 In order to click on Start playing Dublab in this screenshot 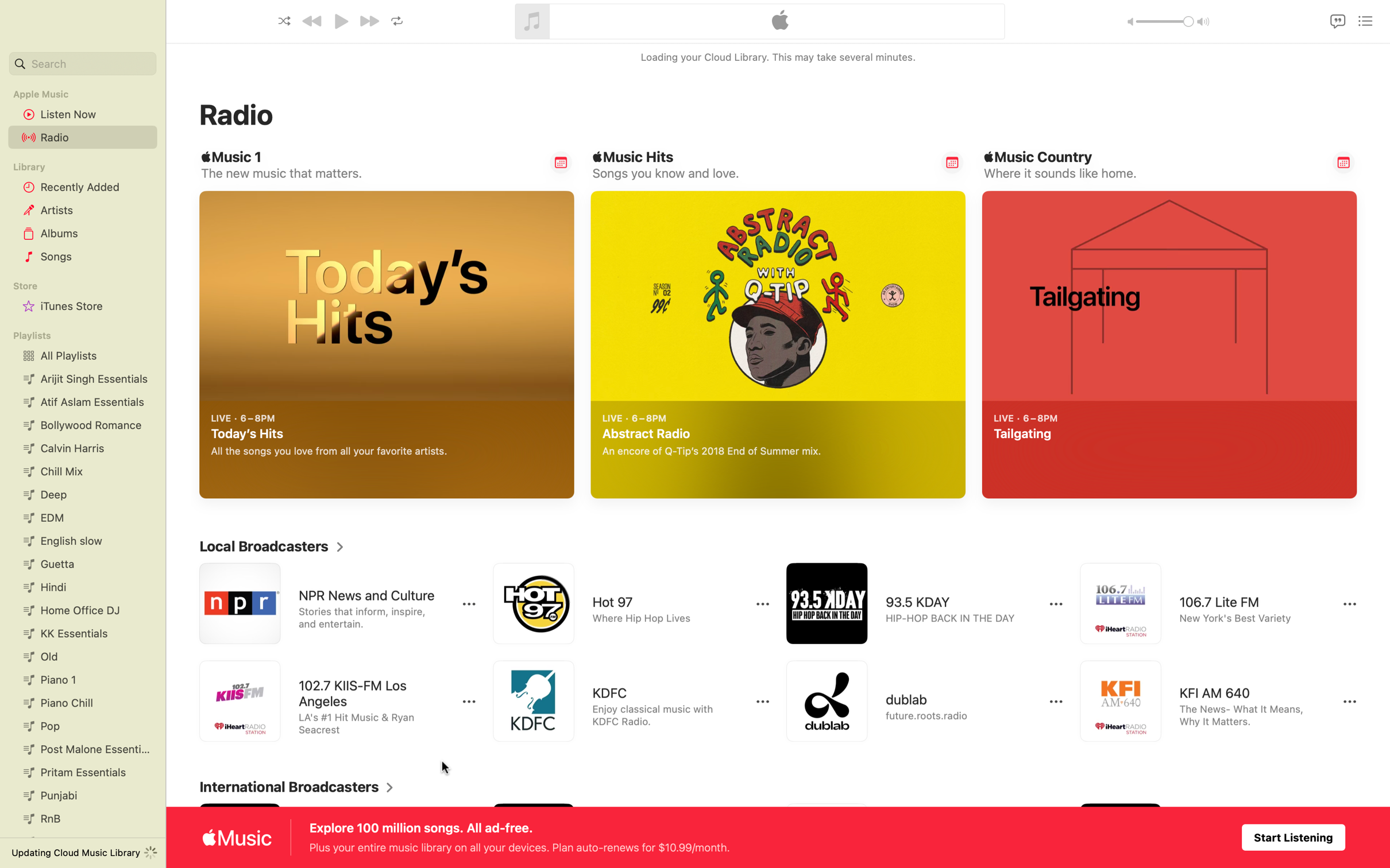, I will do `click(914, 701)`.